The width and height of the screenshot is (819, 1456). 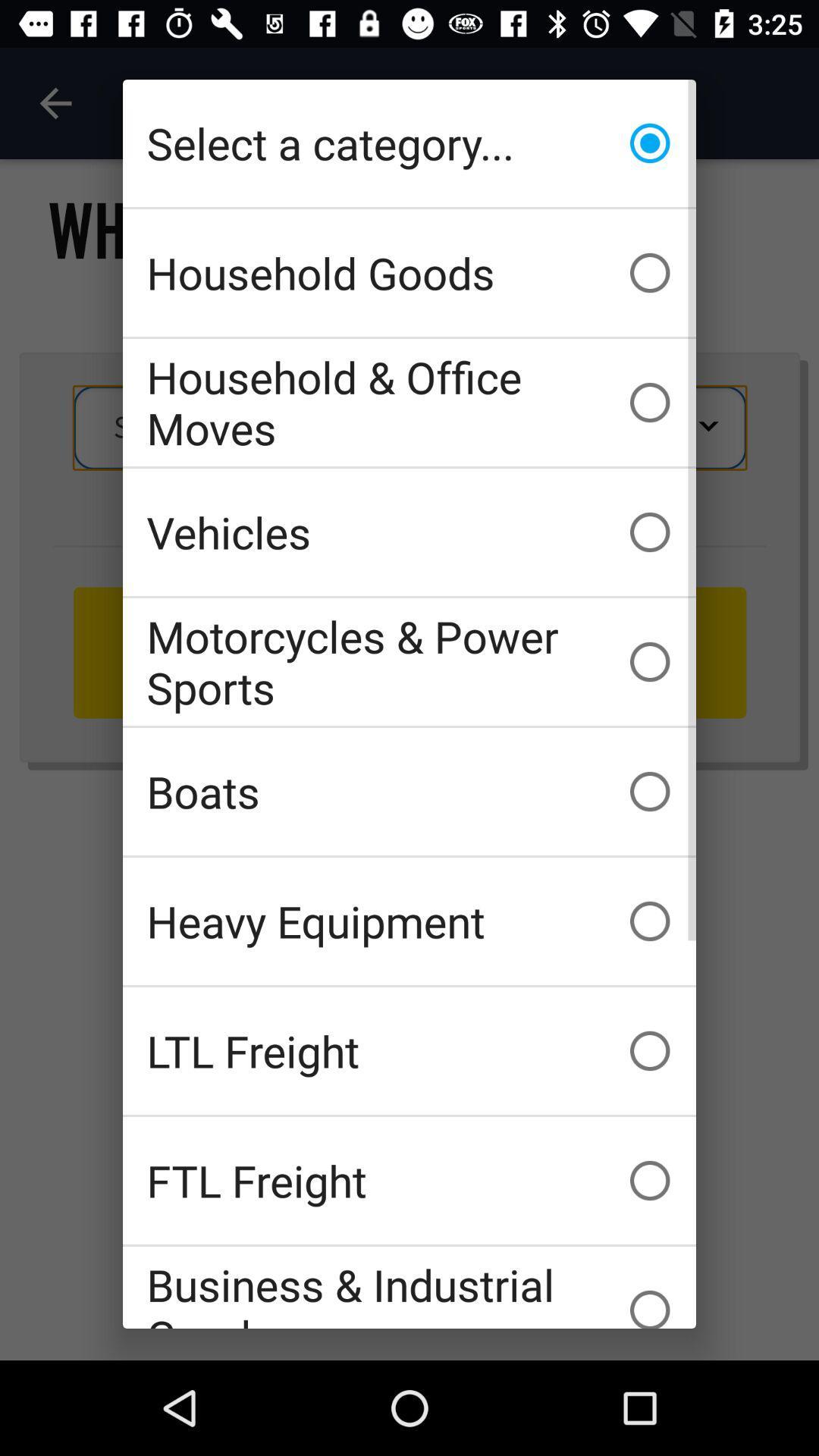 I want to click on motorcycles & power sports item, so click(x=409, y=662).